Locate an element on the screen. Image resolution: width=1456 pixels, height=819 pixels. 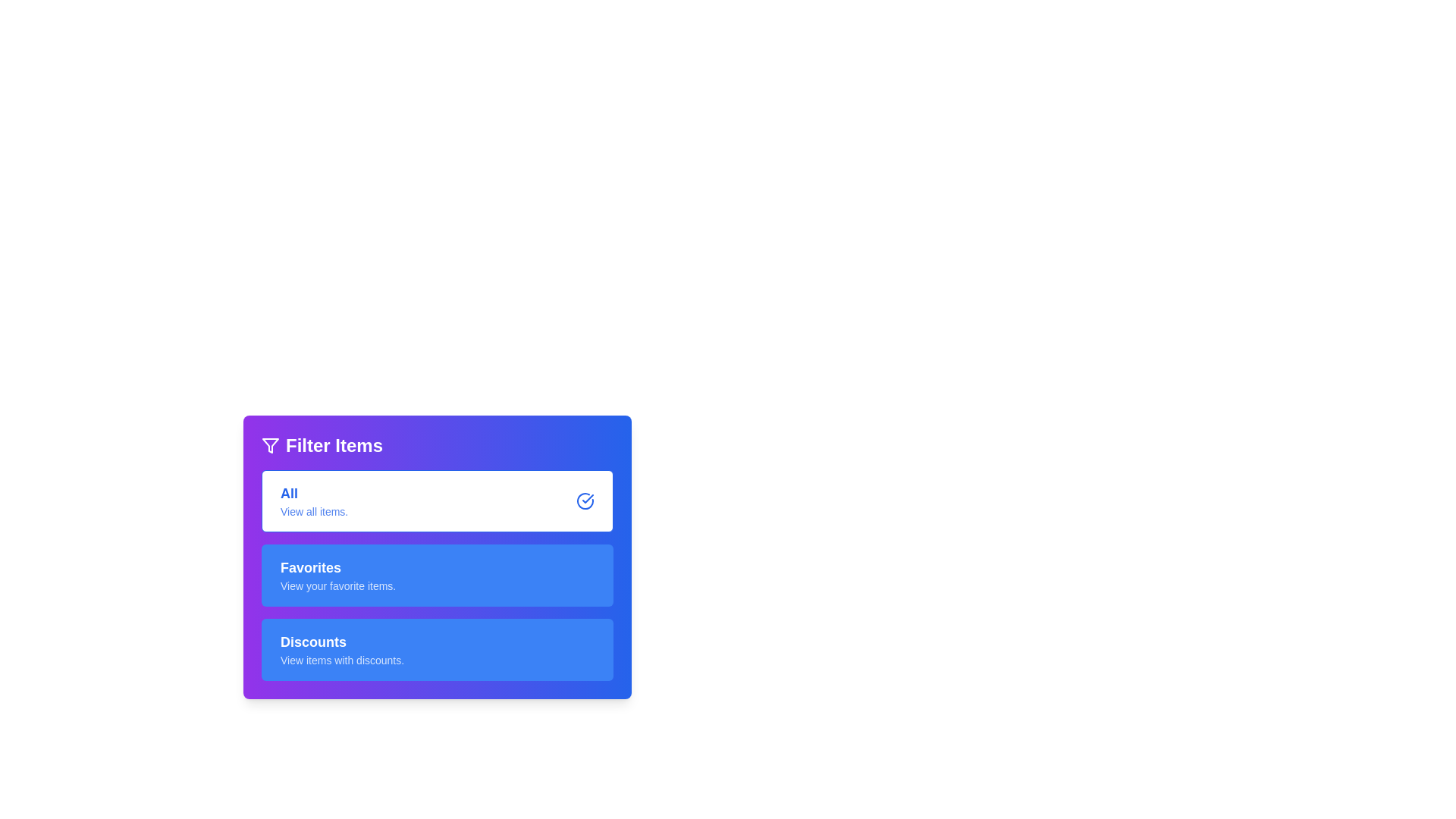
the third button in the 'Filter Items' panel is located at coordinates (341, 648).